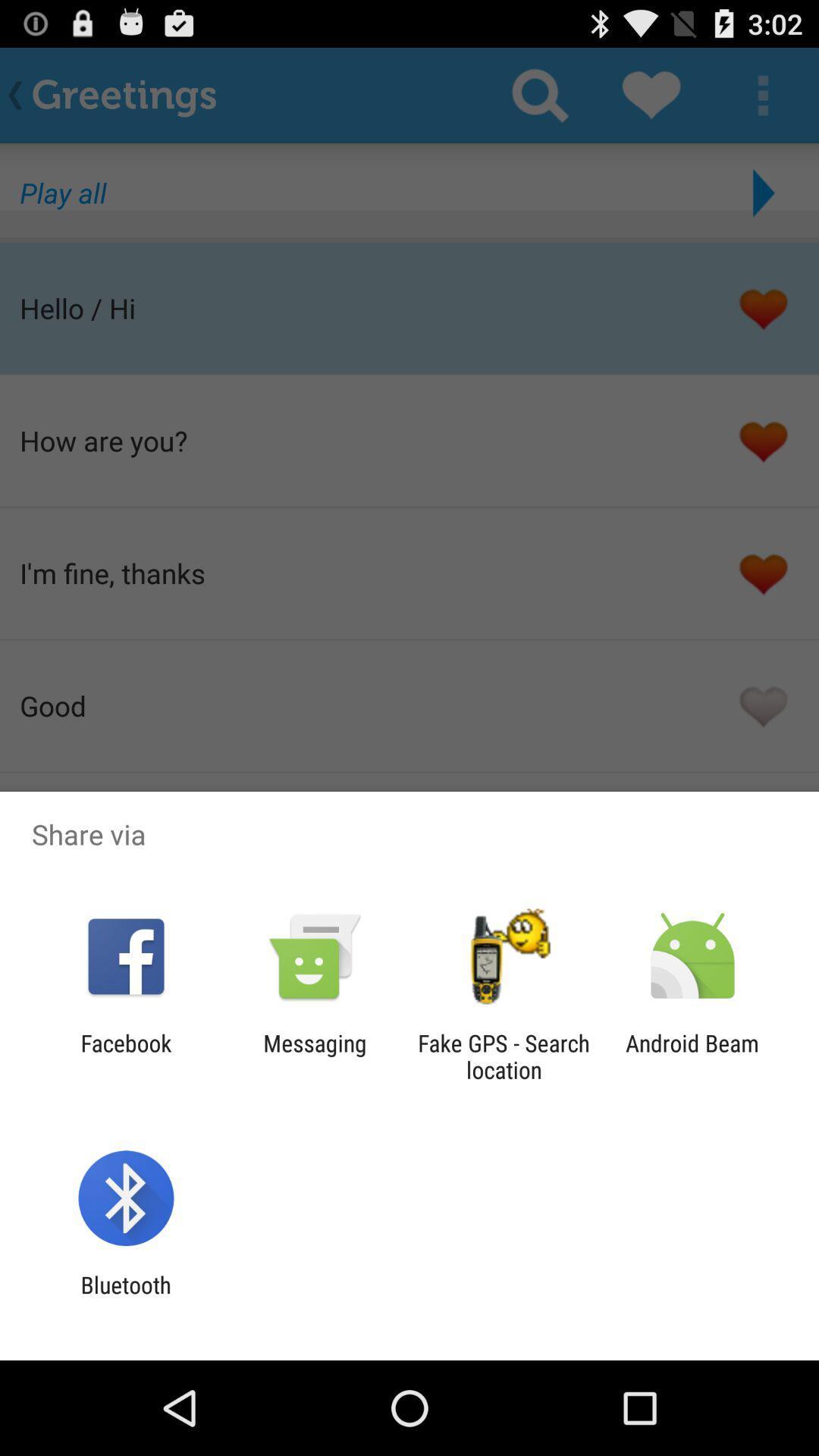  What do you see at coordinates (314, 1056) in the screenshot?
I see `messaging app` at bounding box center [314, 1056].